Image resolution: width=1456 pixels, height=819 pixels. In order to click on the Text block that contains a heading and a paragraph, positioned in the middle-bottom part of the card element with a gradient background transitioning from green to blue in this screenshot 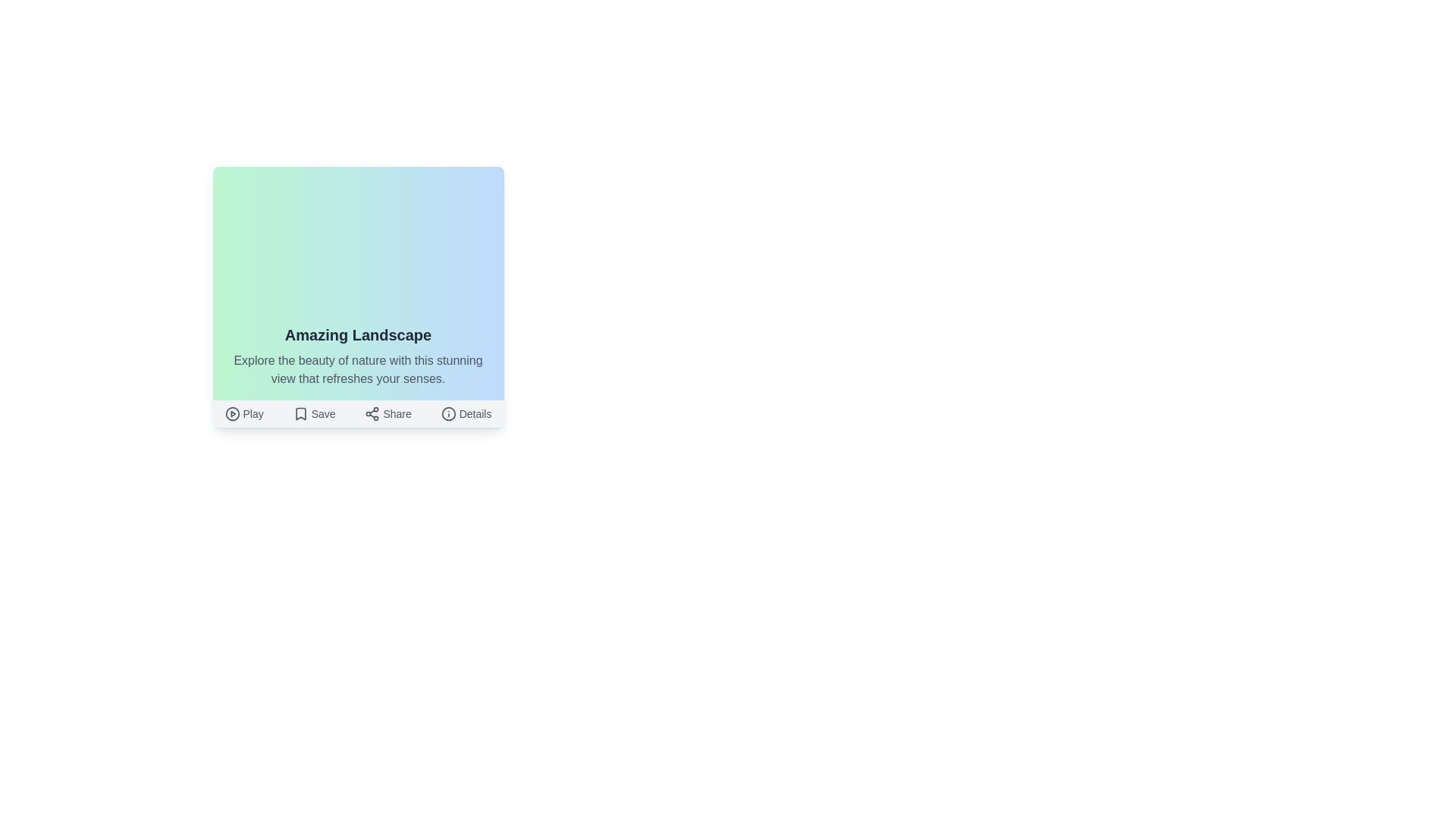, I will do `click(357, 356)`.